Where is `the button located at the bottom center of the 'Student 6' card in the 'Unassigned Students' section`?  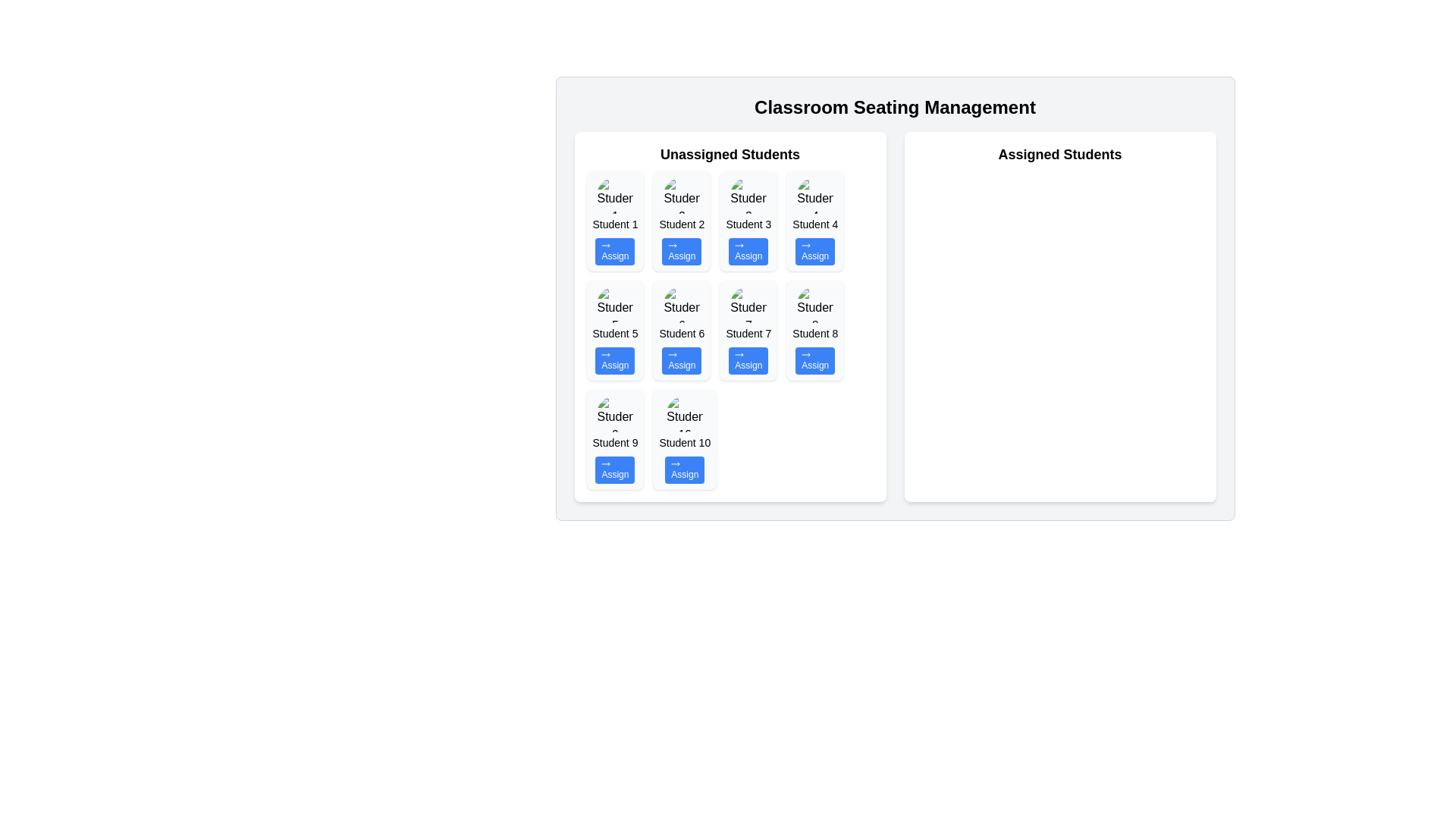
the button located at the bottom center of the 'Student 6' card in the 'Unassigned Students' section is located at coordinates (681, 360).